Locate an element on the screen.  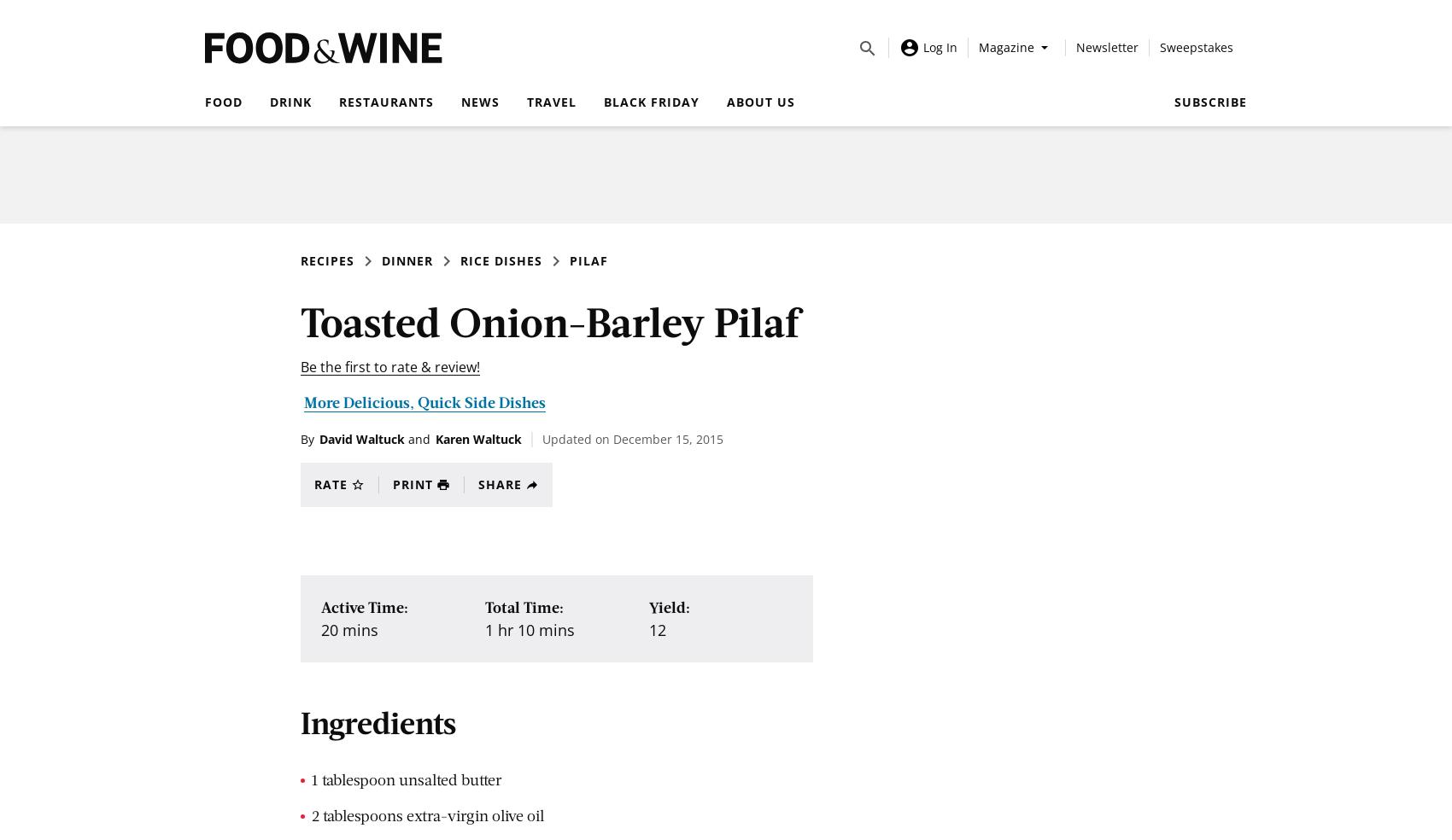
'About Us' is located at coordinates (760, 101).